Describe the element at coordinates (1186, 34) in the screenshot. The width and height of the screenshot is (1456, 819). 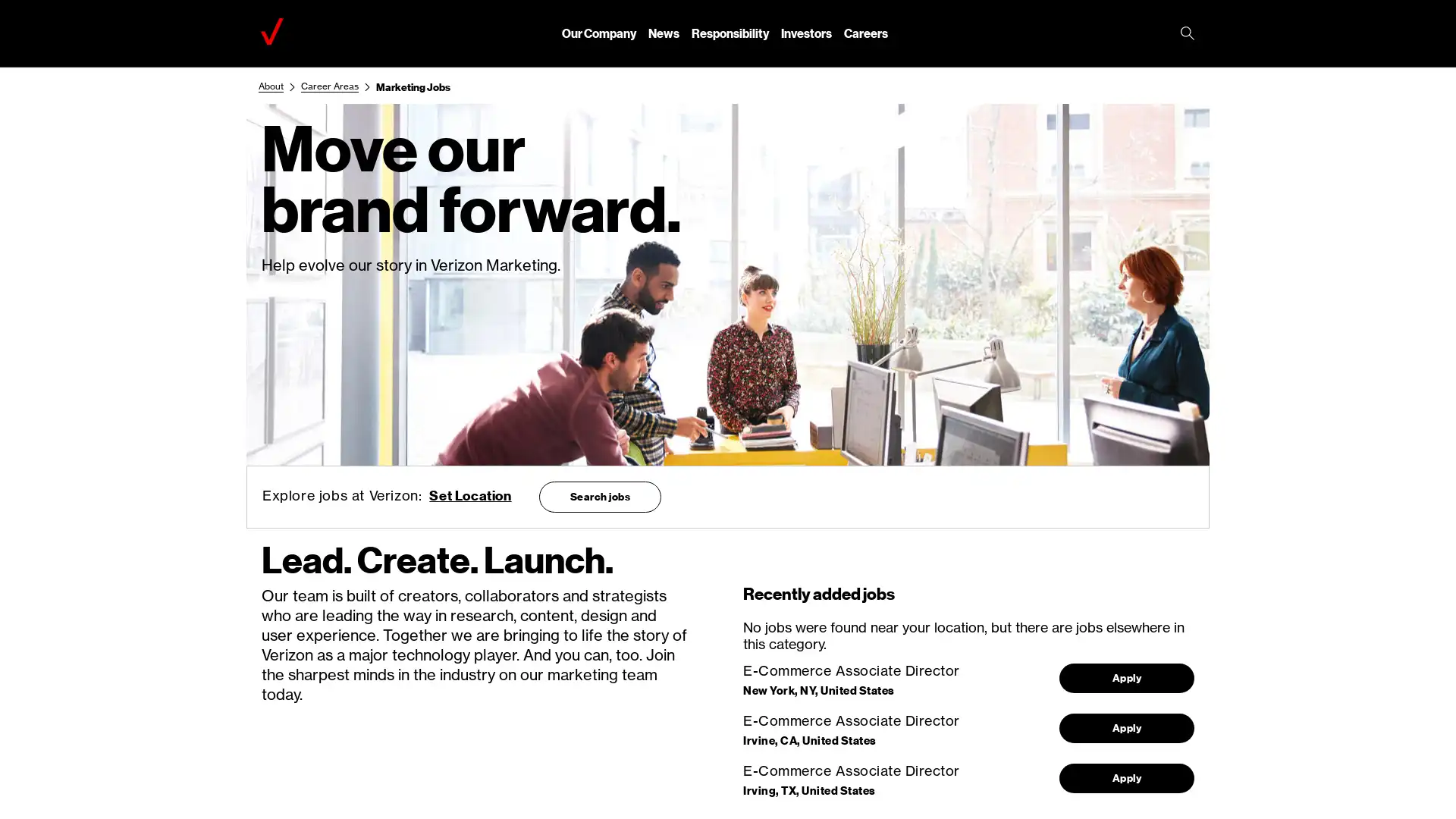
I see `Search Verizon` at that location.